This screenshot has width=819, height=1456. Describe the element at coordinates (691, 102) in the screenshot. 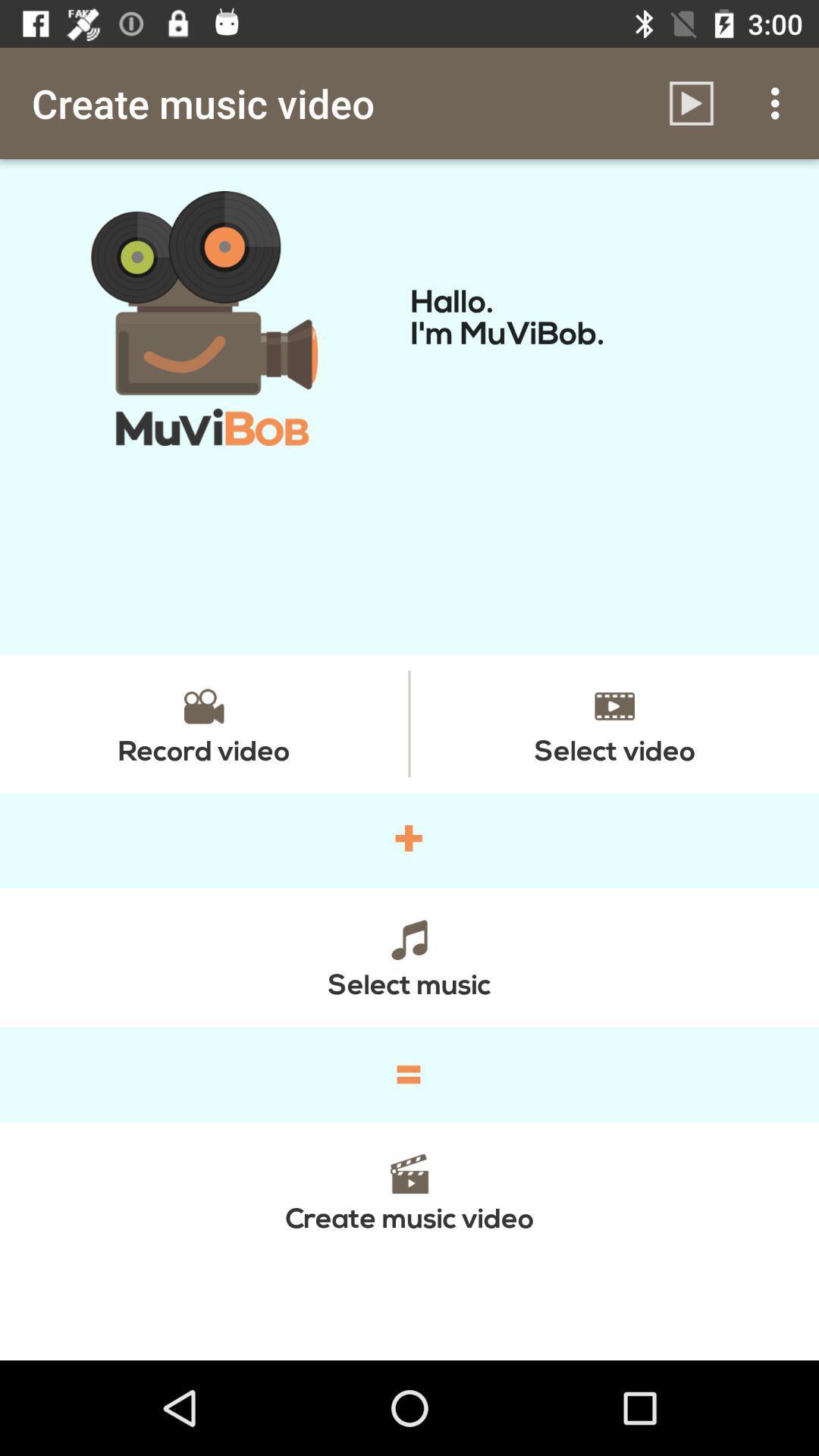

I see `app next to create music video icon` at that location.